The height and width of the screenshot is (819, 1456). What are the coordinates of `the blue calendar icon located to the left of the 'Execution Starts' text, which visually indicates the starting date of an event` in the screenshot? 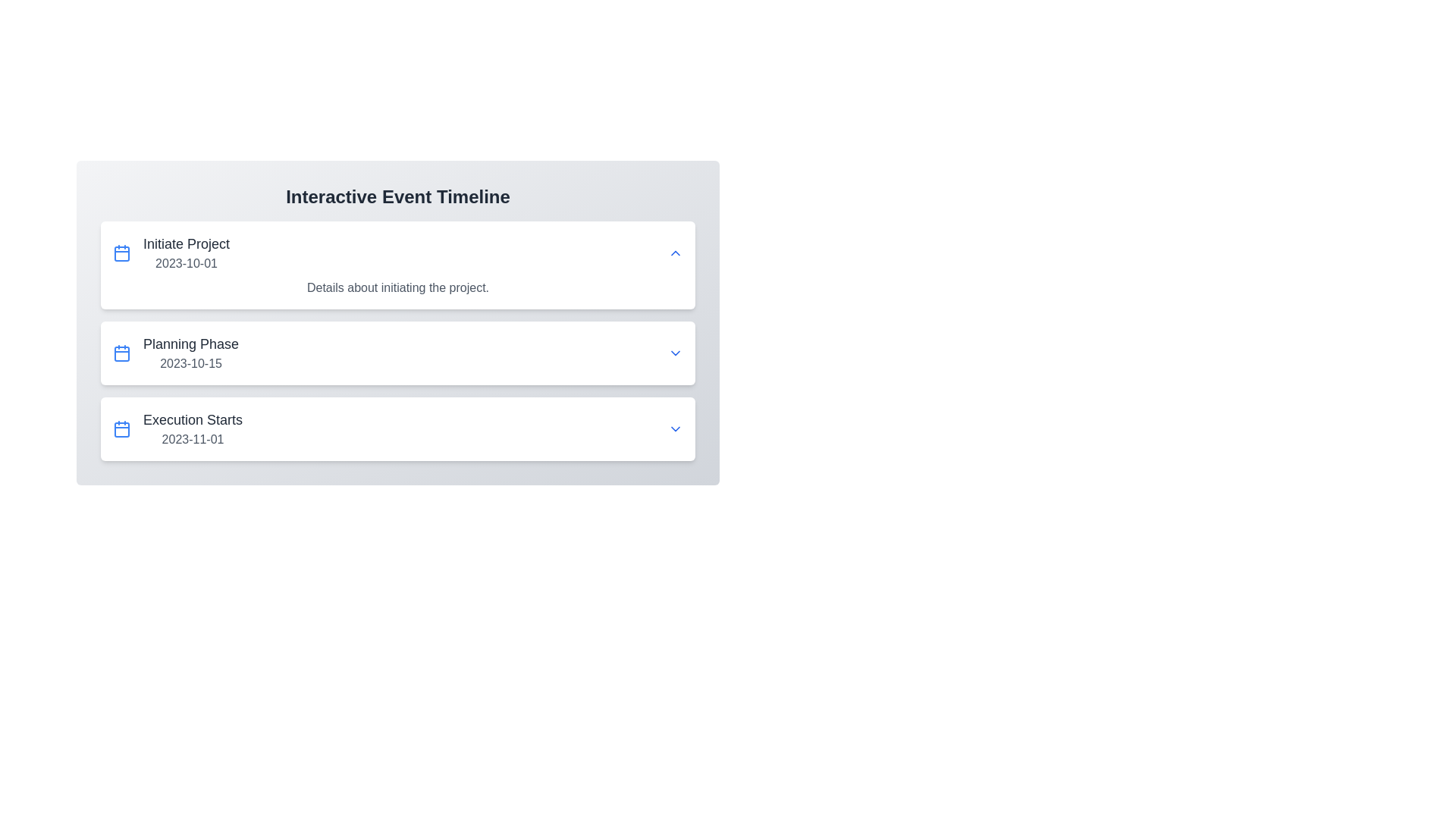 It's located at (122, 429).